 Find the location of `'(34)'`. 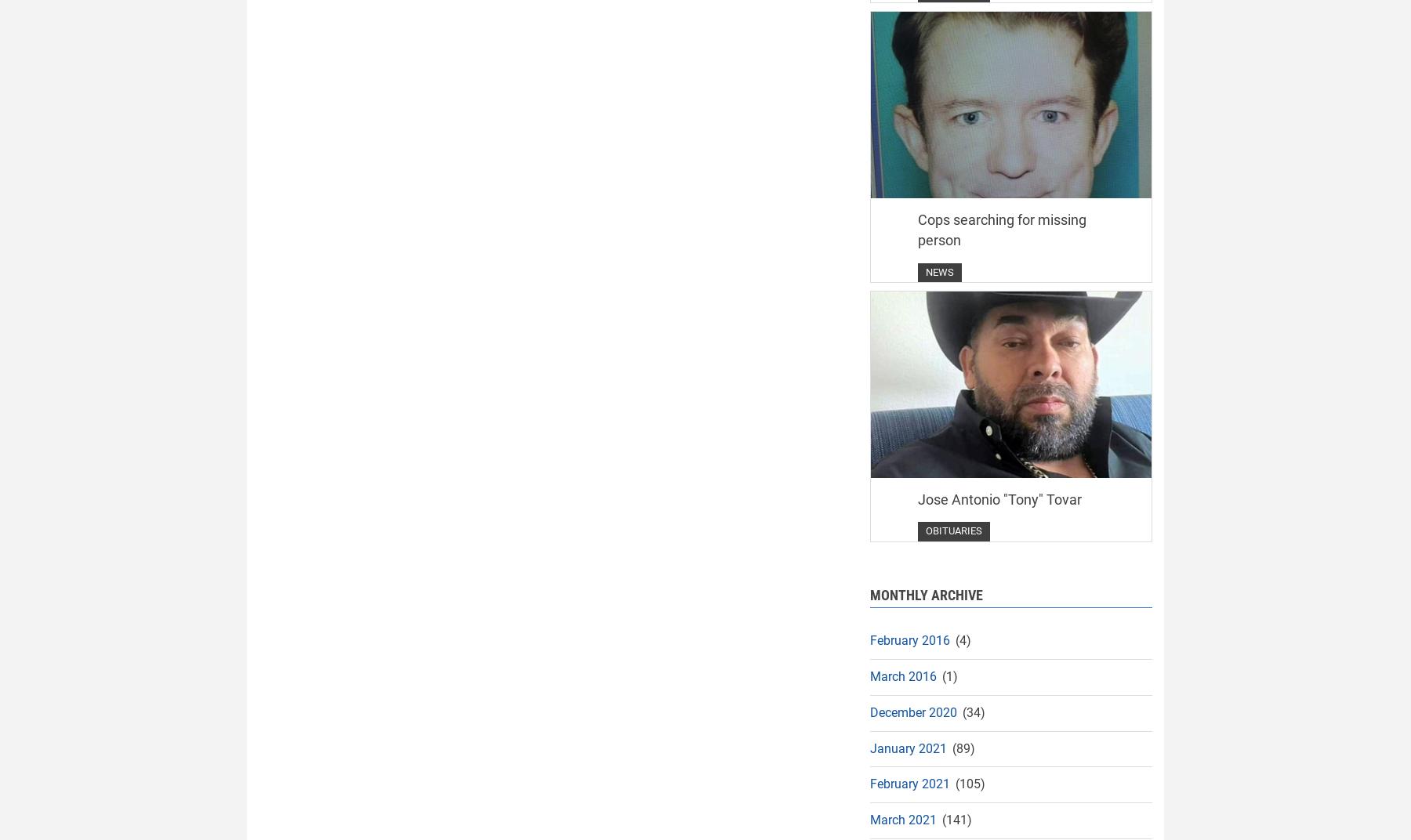

'(34)' is located at coordinates (959, 711).